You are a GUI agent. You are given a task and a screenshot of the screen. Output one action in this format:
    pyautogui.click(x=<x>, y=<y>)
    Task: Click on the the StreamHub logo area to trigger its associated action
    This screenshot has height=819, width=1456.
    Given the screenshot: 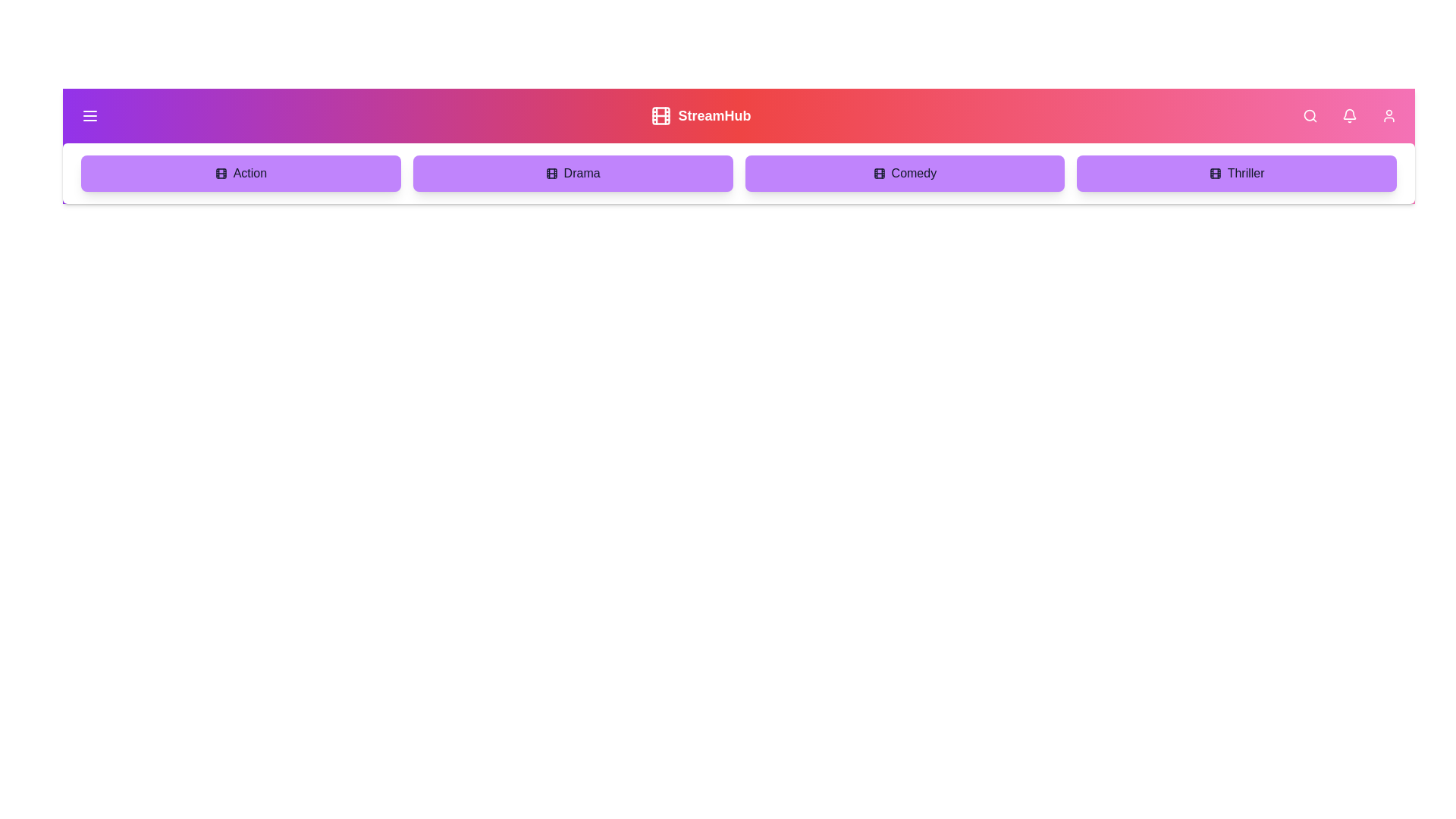 What is the action you would take?
    pyautogui.click(x=700, y=115)
    